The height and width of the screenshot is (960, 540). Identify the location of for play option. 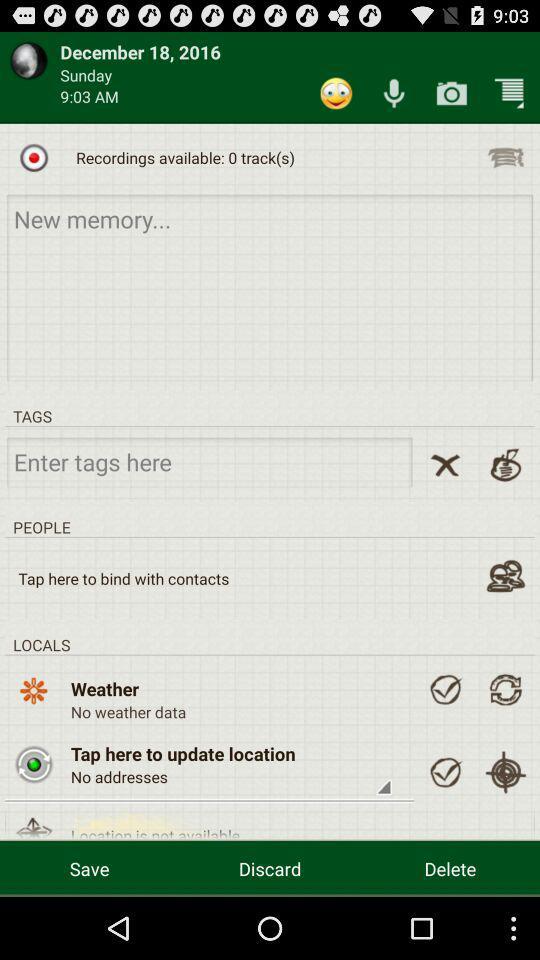
(33, 156).